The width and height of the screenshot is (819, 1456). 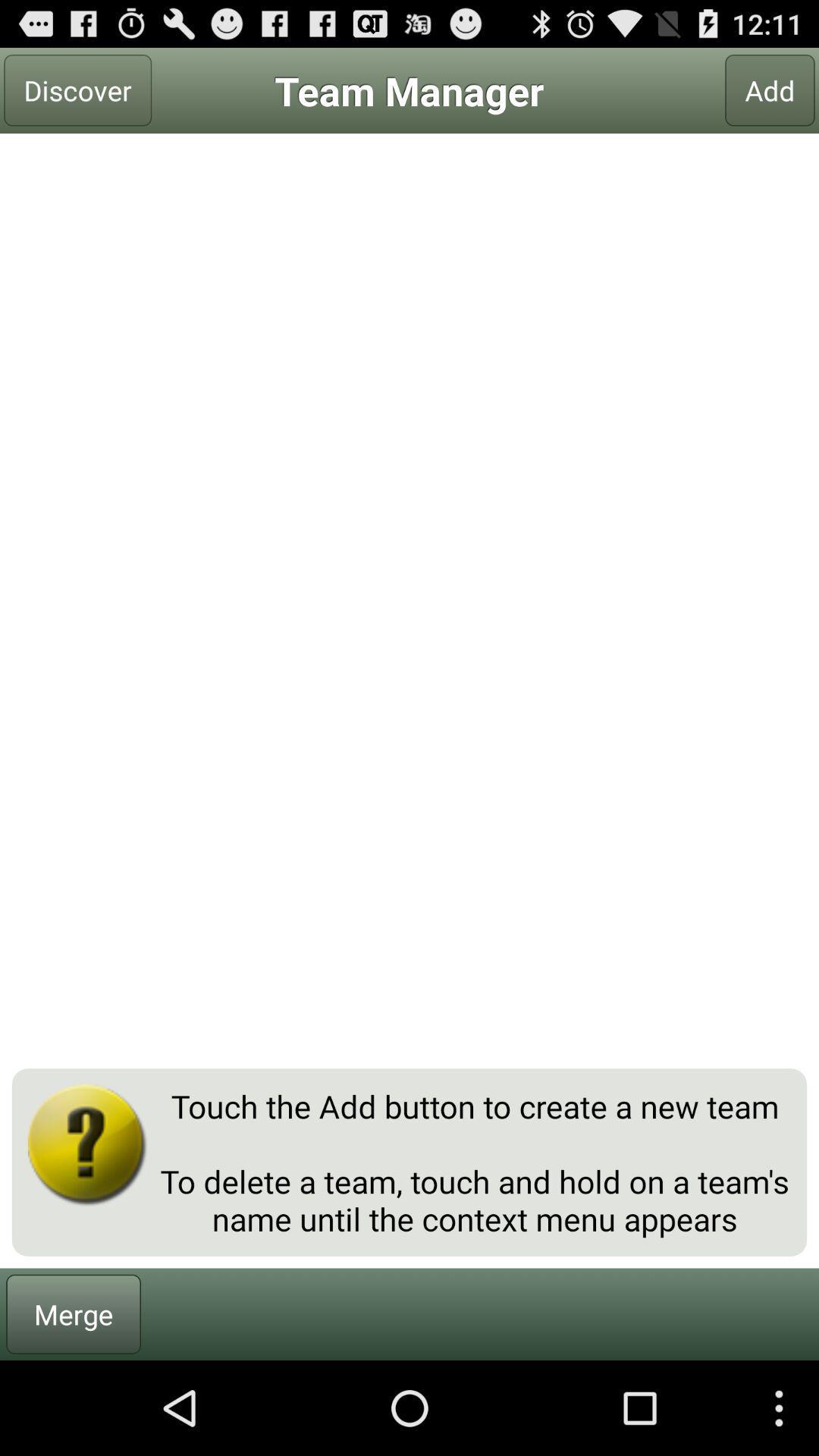 I want to click on the merge, so click(x=74, y=1313).